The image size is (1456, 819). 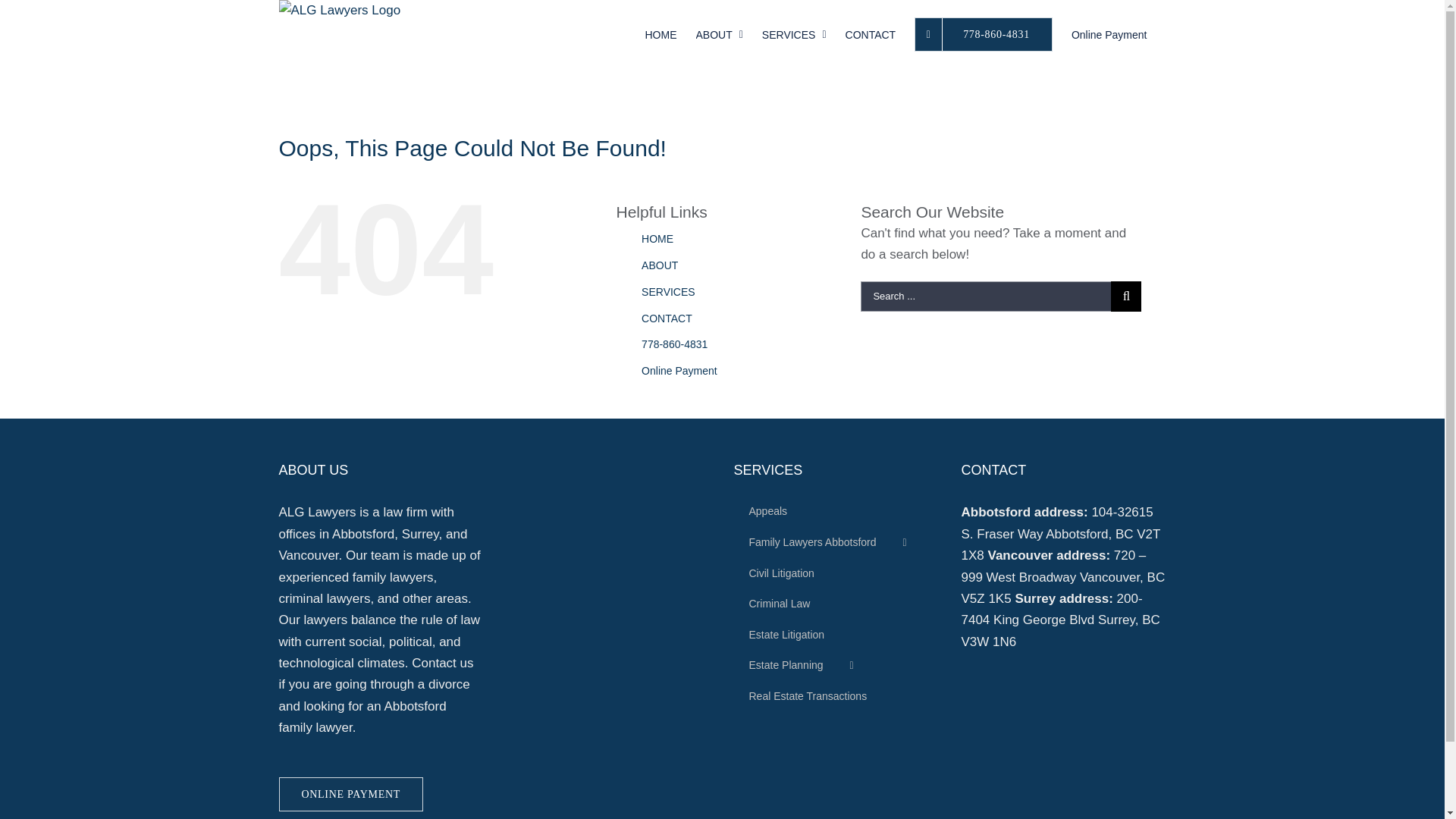 I want to click on 'ONLINE PAYMENT', so click(x=350, y=793).